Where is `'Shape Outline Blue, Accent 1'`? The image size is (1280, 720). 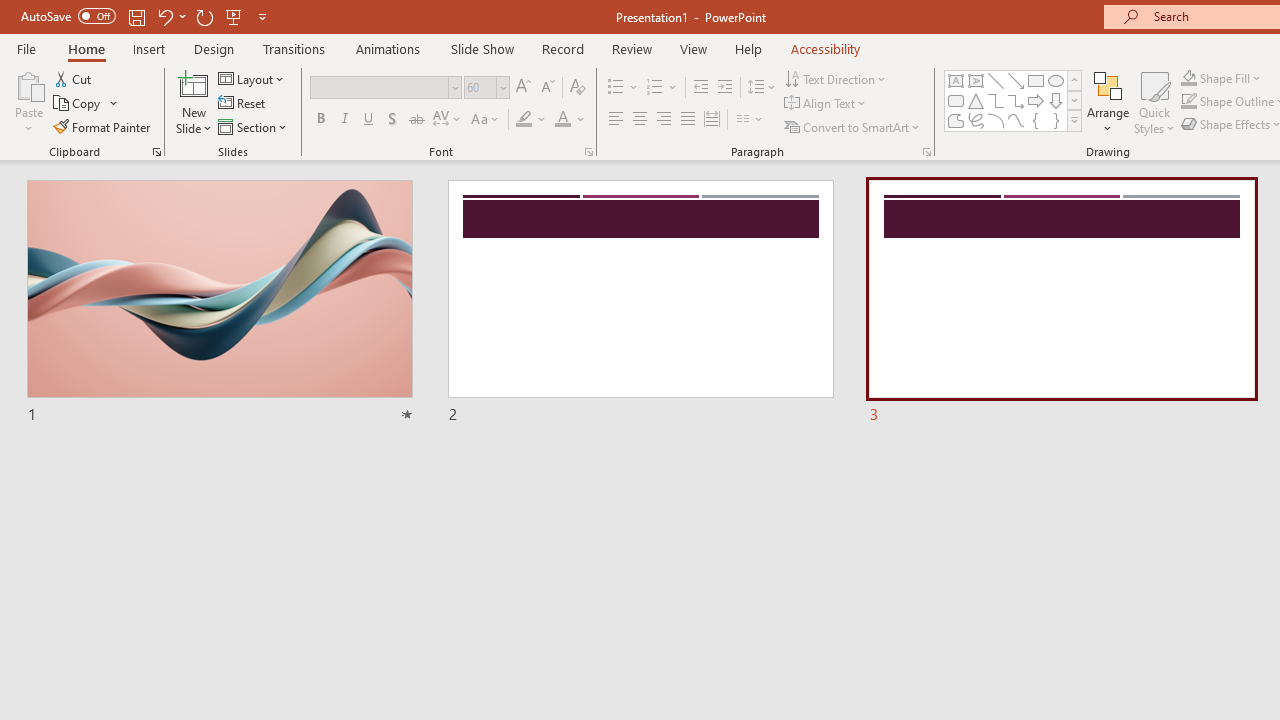 'Shape Outline Blue, Accent 1' is located at coordinates (1189, 101).